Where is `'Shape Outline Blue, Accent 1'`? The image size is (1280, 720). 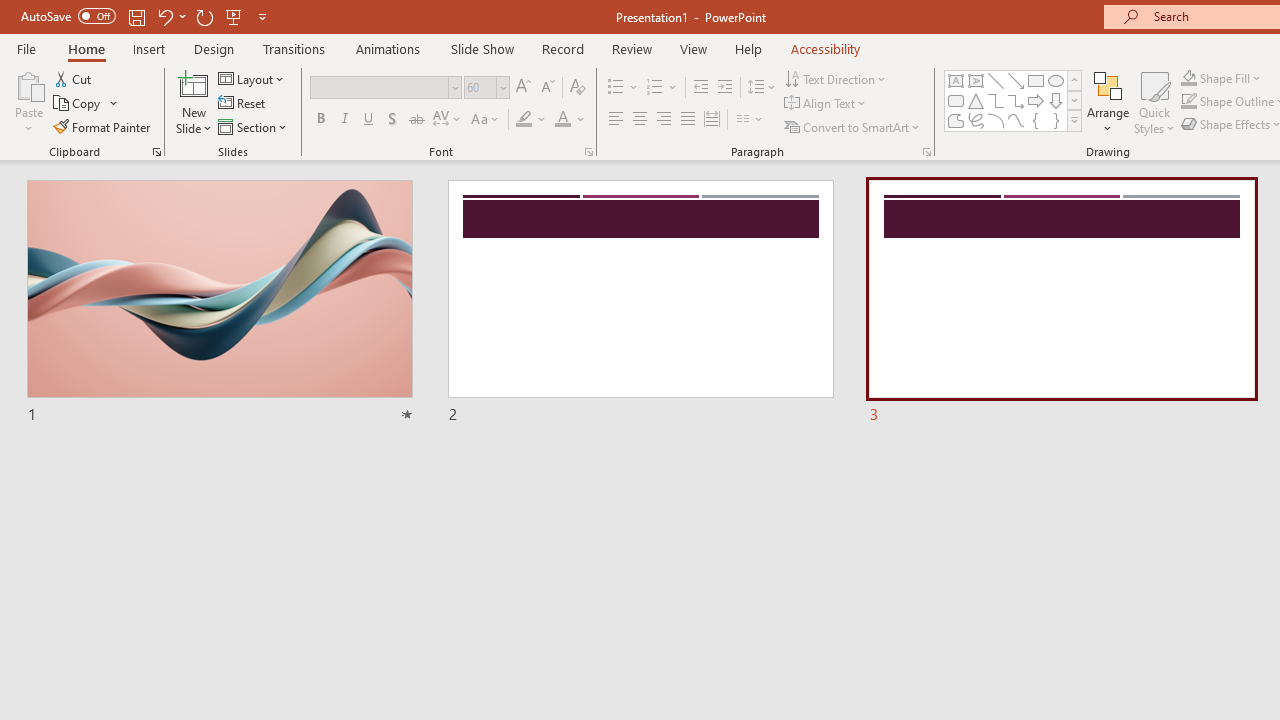 'Shape Outline Blue, Accent 1' is located at coordinates (1189, 101).